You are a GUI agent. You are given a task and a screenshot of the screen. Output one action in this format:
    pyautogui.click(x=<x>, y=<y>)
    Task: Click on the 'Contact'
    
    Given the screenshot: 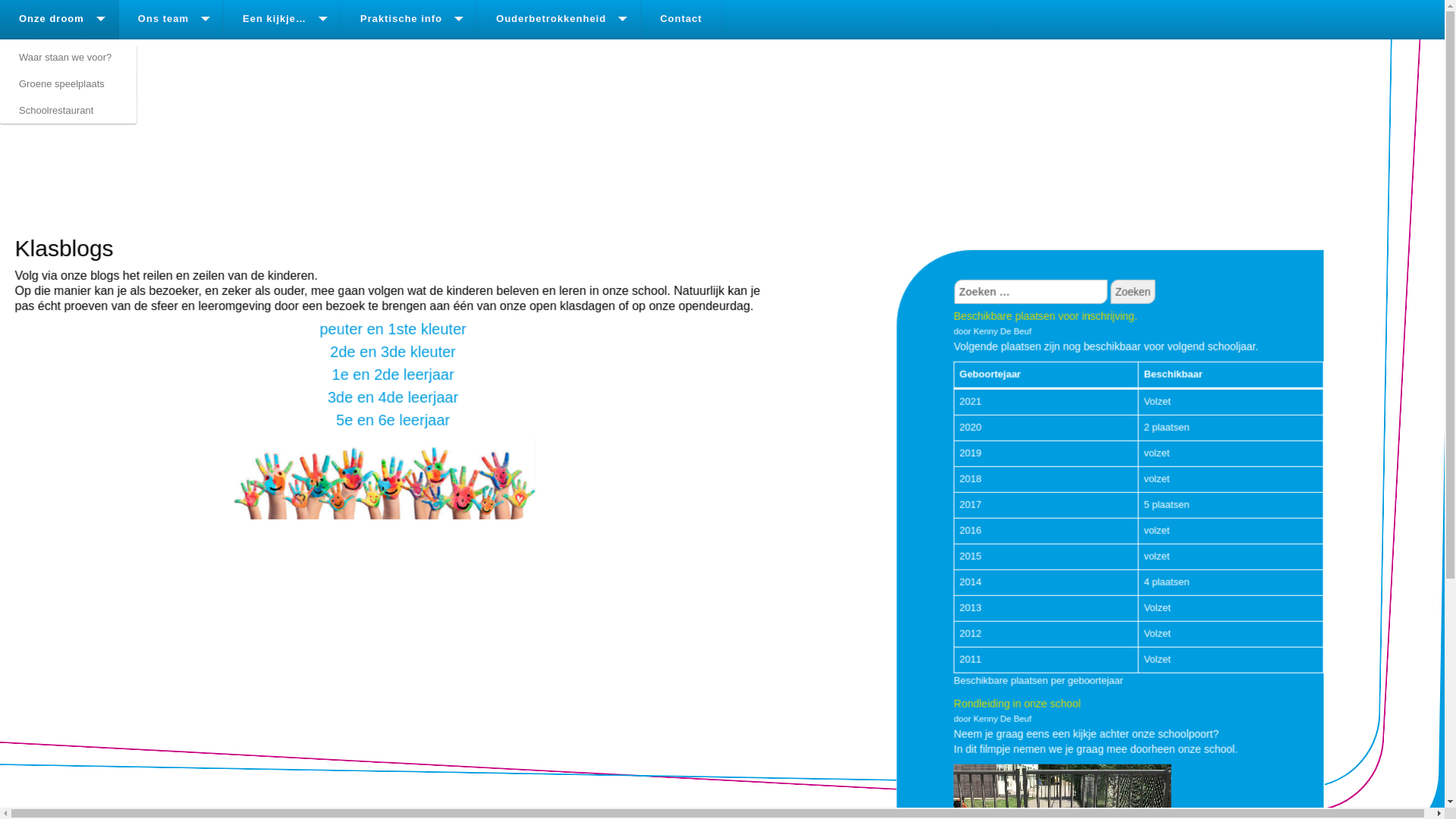 What is the action you would take?
    pyautogui.click(x=679, y=20)
    